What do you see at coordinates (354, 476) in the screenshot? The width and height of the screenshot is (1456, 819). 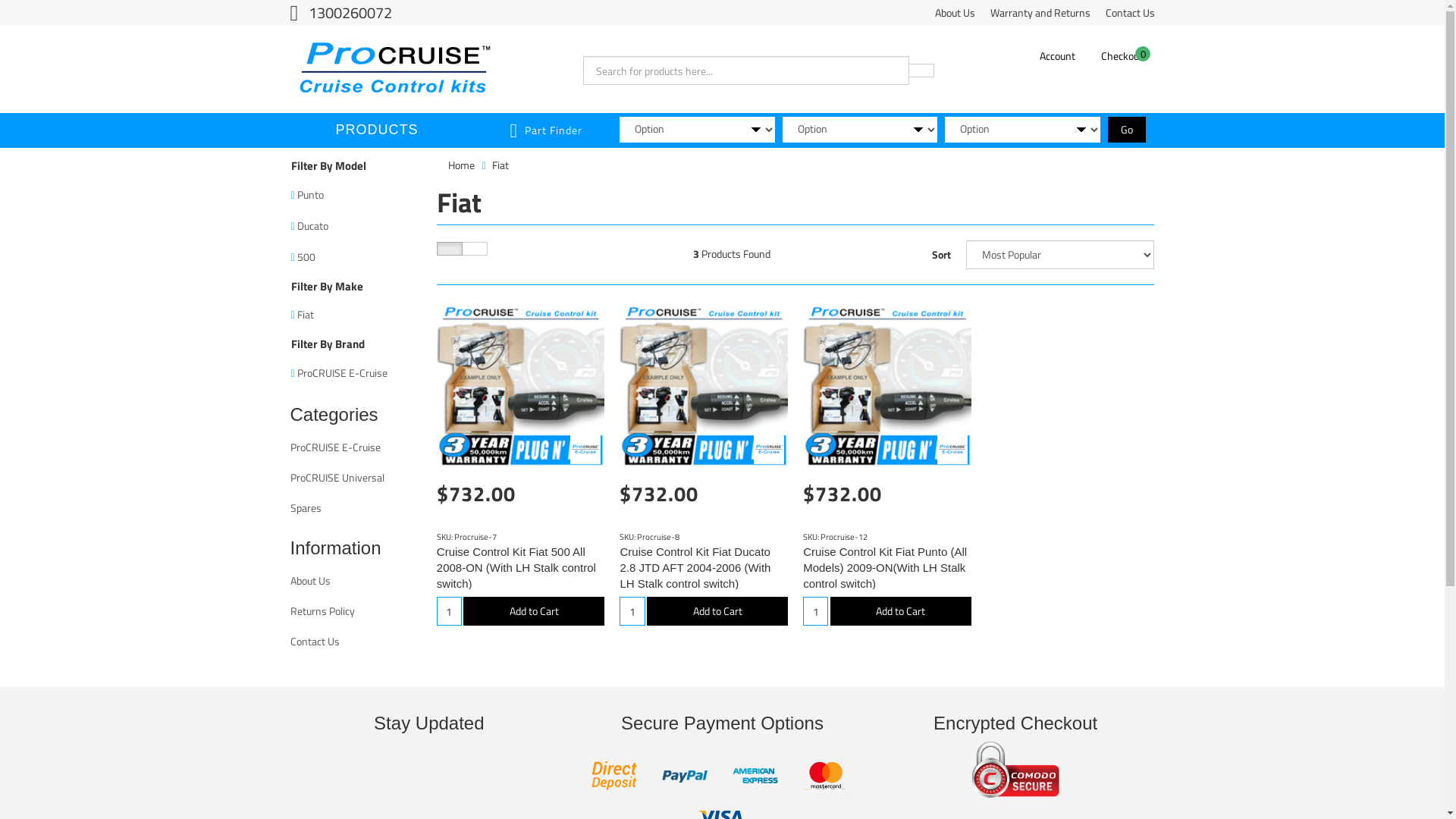 I see `'ProCRUISE Universal'` at bounding box center [354, 476].